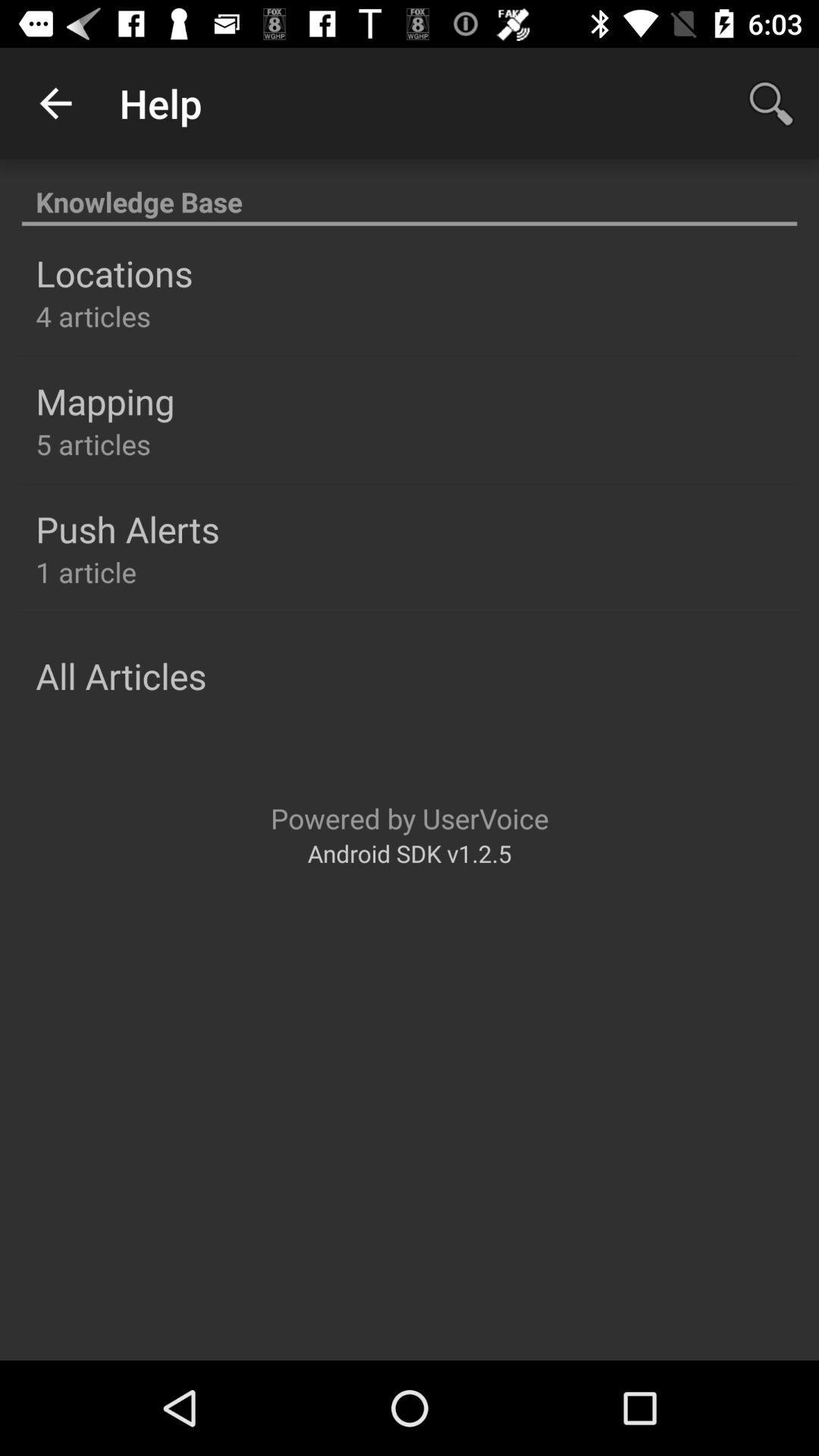 This screenshot has height=1456, width=819. What do you see at coordinates (771, 102) in the screenshot?
I see `the icon above knowledge base item` at bounding box center [771, 102].